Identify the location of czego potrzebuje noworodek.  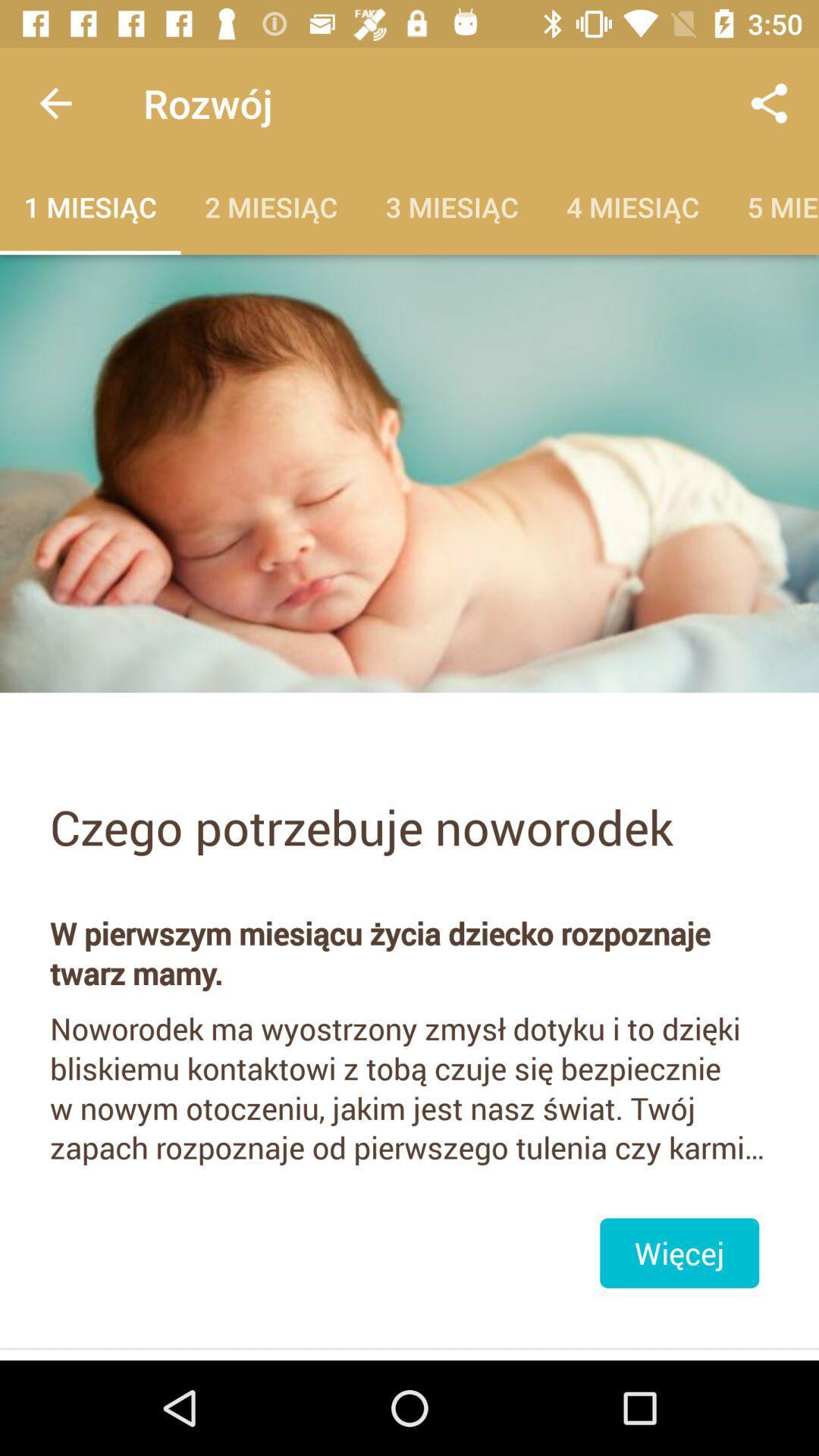
(409, 826).